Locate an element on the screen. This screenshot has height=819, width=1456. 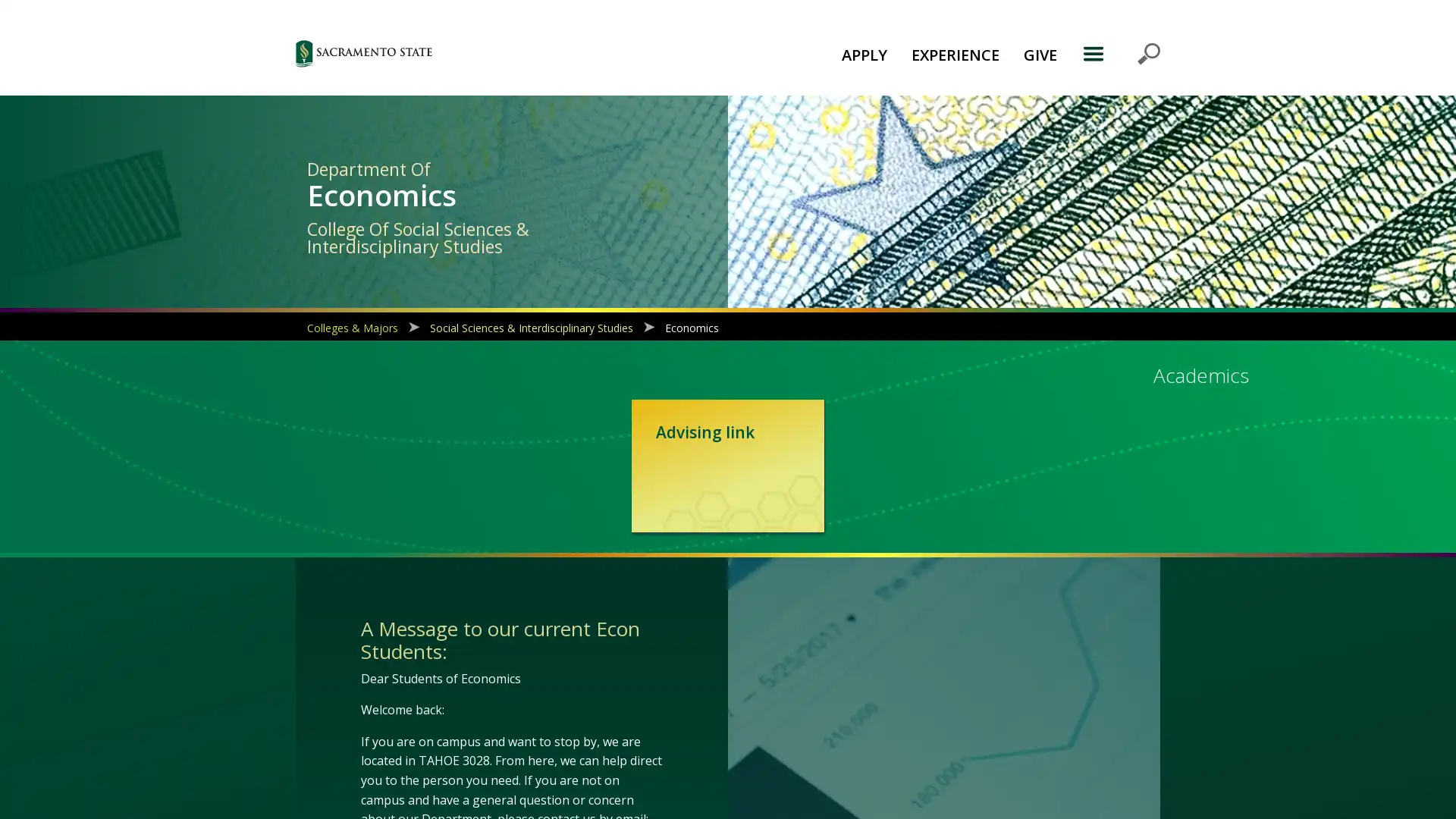
Sac State logo is located at coordinates (446, 52).